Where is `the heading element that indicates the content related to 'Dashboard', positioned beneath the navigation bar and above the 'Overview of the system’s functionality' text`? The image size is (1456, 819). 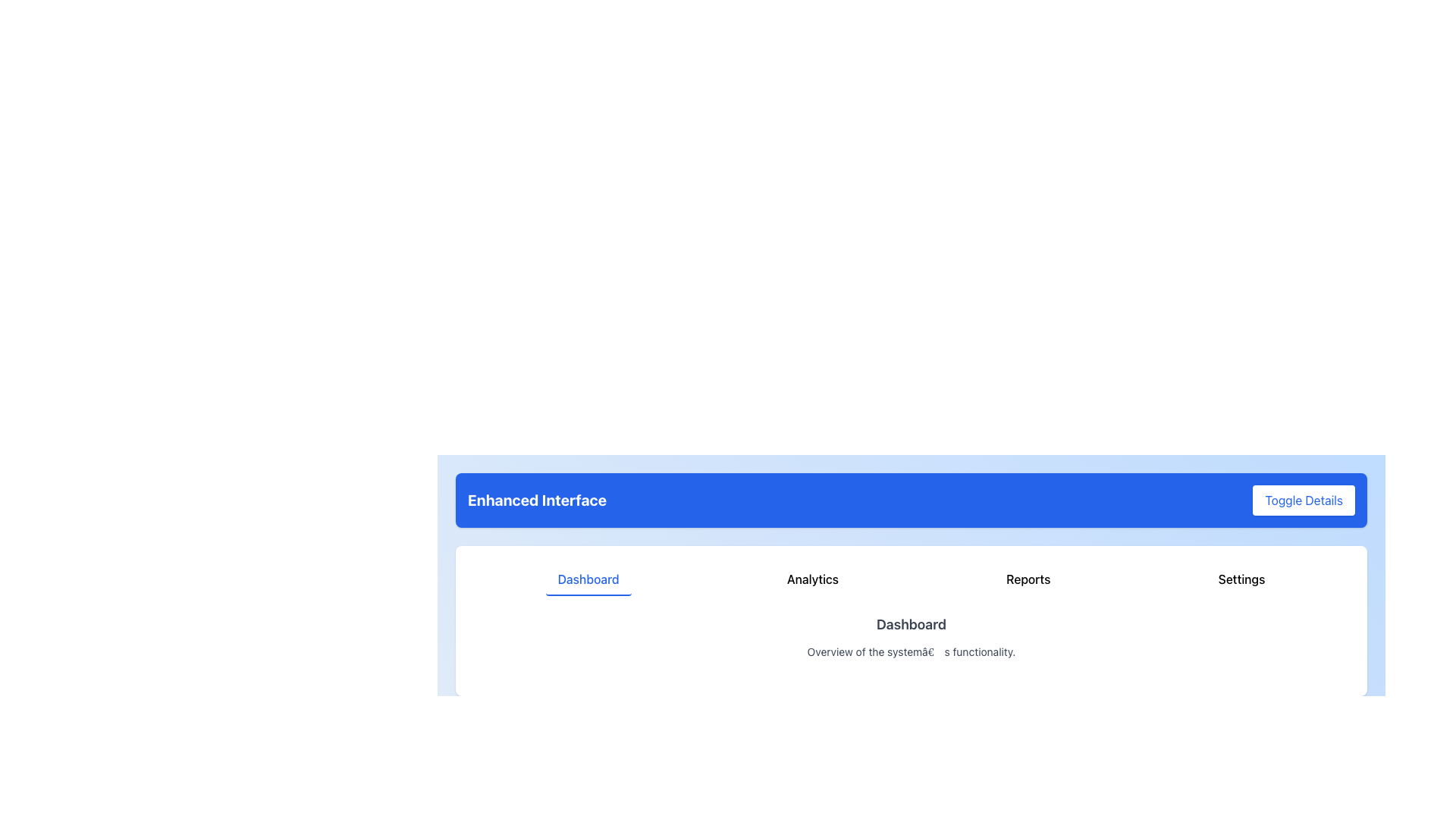 the heading element that indicates the content related to 'Dashboard', positioned beneath the navigation bar and above the 'Overview of the system’s functionality' text is located at coordinates (910, 625).